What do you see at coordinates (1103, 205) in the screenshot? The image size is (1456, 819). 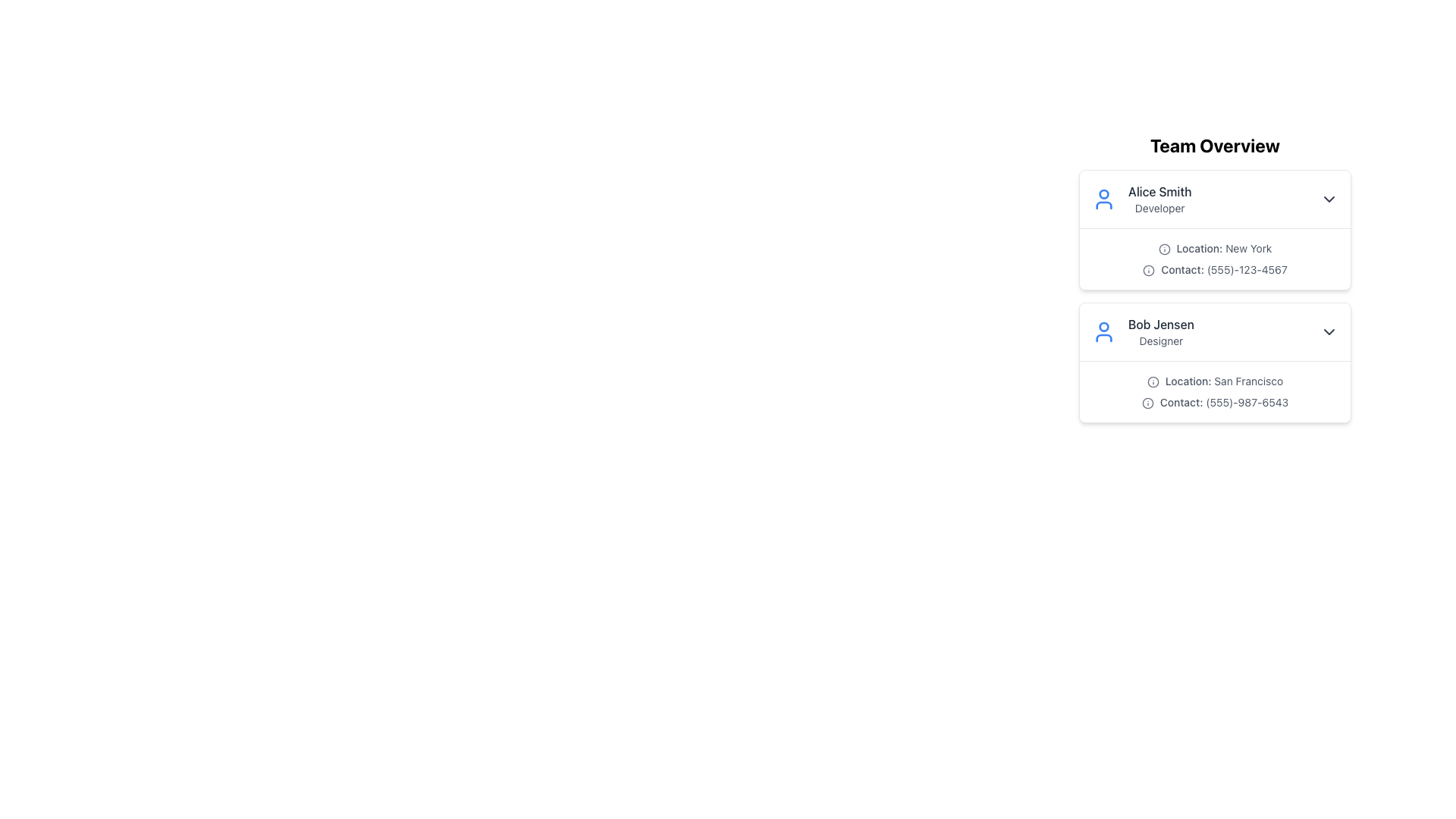 I see `the lower section of the user representation SVG icon, which is styled with a blue stroke and round contours, located next to the text 'Alice Smith' under 'Team Overview'` at bounding box center [1103, 205].